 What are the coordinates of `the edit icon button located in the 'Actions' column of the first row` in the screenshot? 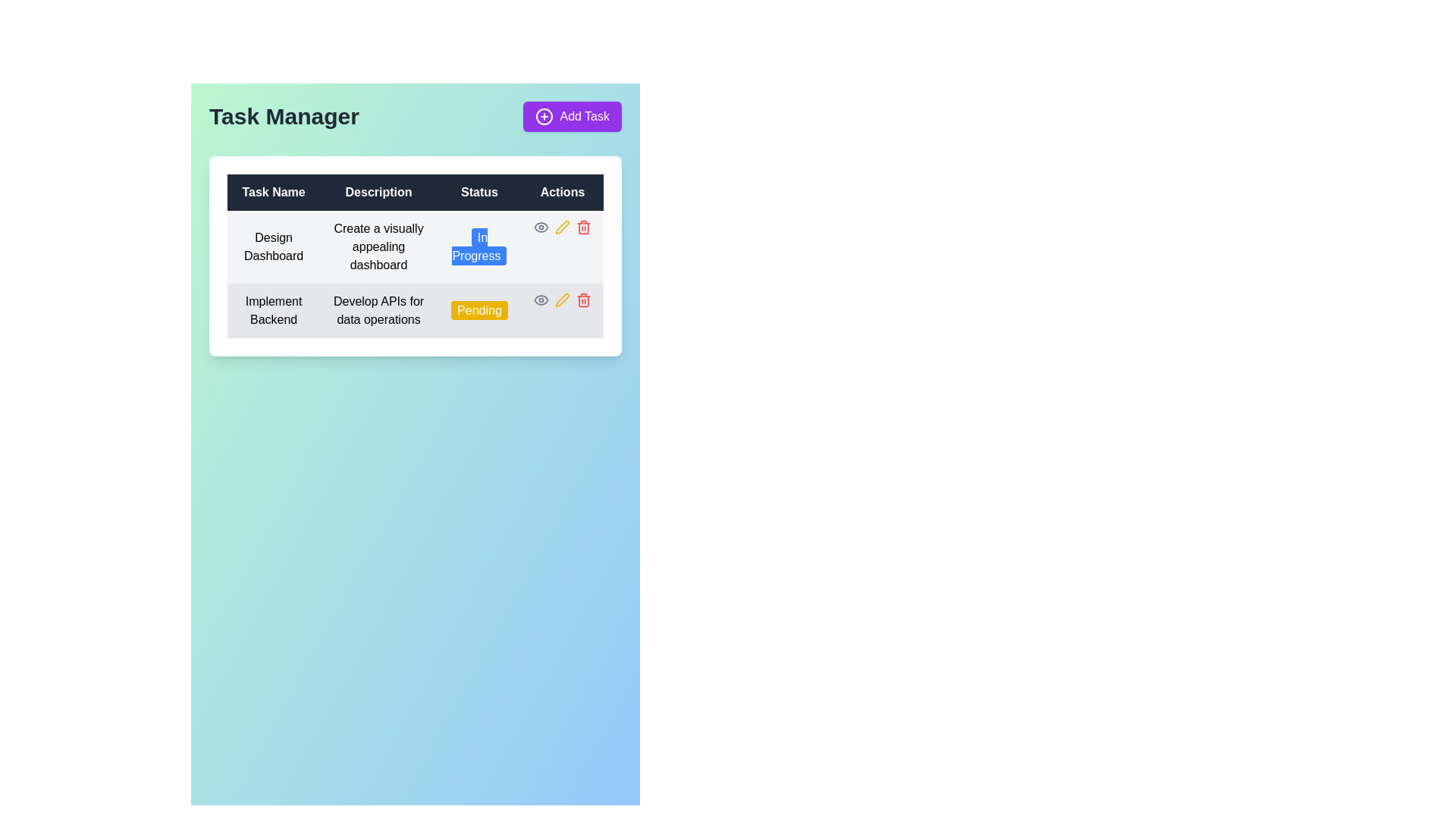 It's located at (561, 300).